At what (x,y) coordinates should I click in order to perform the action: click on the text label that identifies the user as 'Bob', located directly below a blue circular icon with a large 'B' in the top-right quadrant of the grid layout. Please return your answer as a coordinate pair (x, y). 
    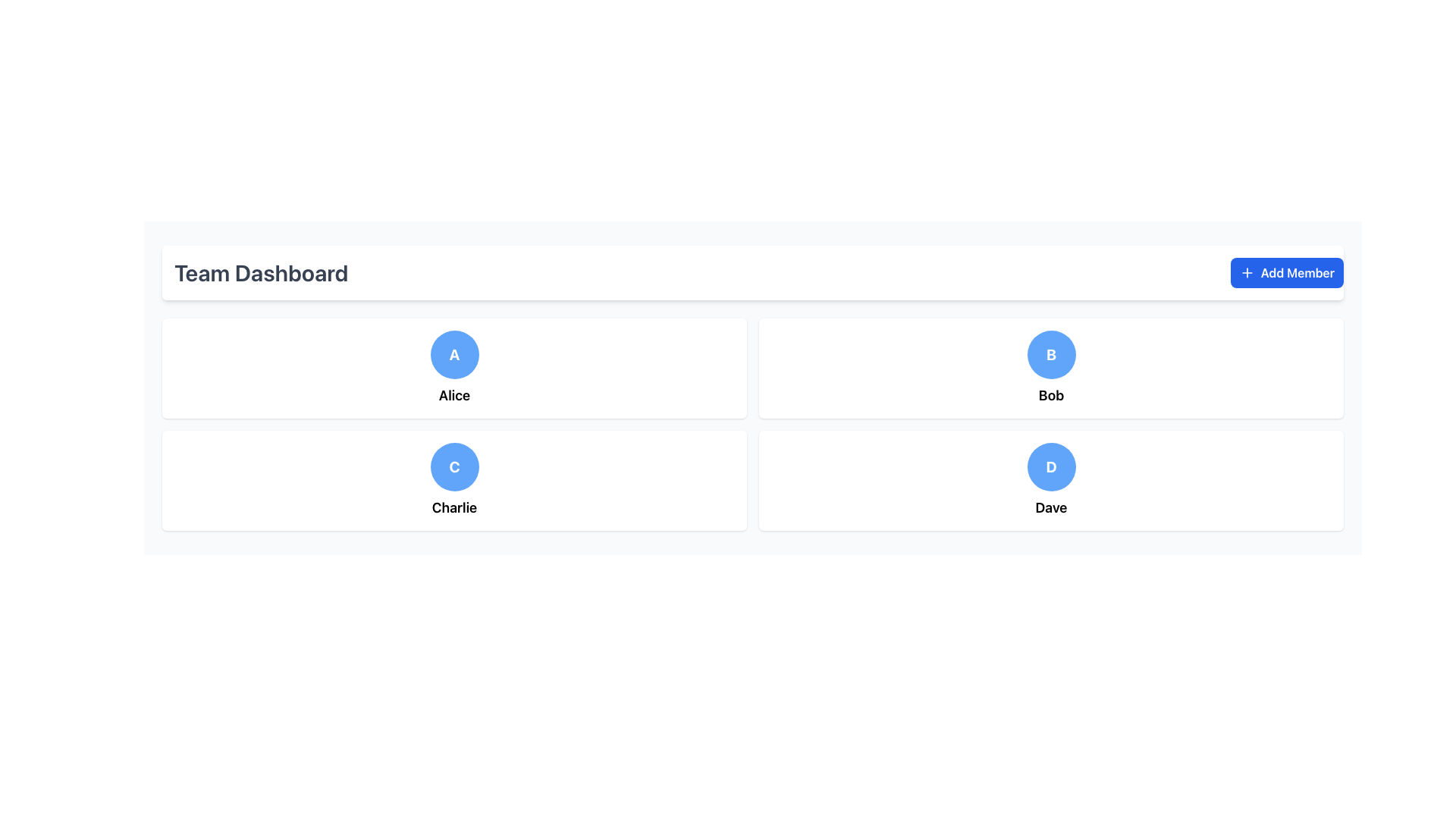
    Looking at the image, I should click on (1050, 394).